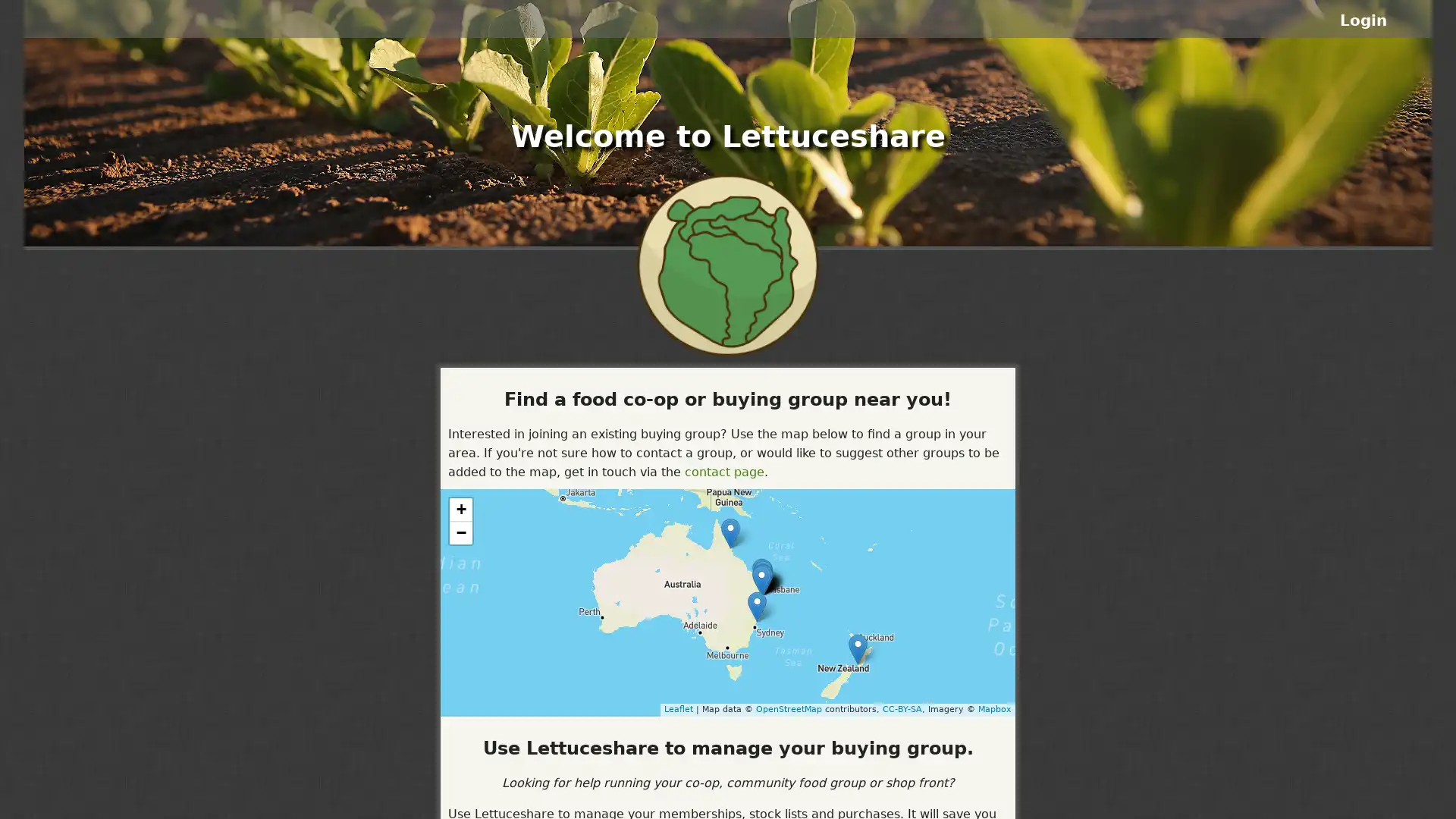 The width and height of the screenshot is (1456, 819). I want to click on Zoom in, so click(460, 509).